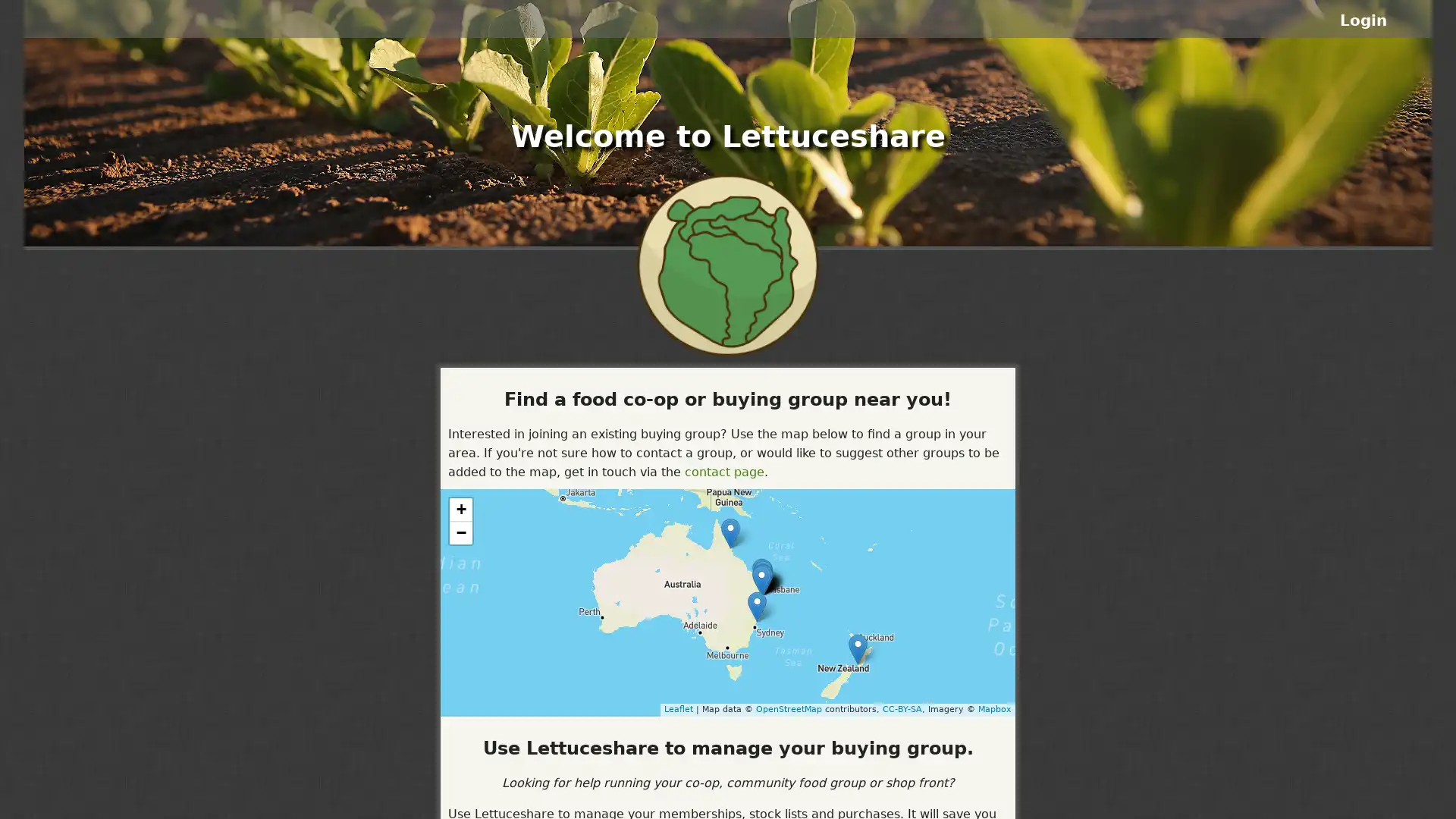 The width and height of the screenshot is (1456, 819). I want to click on Zoom in, so click(460, 509).